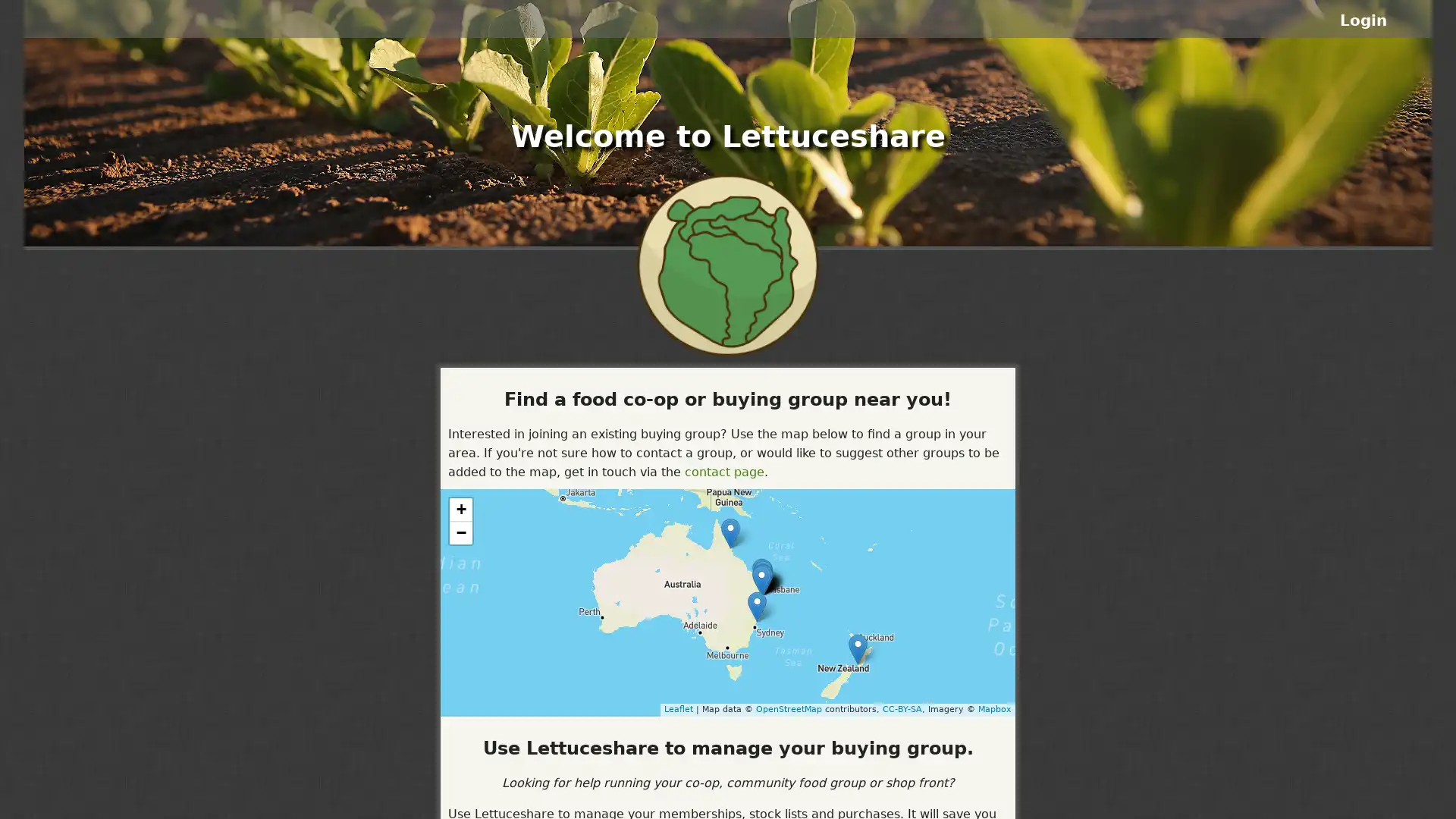 The width and height of the screenshot is (1456, 819). I want to click on Zoom in, so click(460, 509).